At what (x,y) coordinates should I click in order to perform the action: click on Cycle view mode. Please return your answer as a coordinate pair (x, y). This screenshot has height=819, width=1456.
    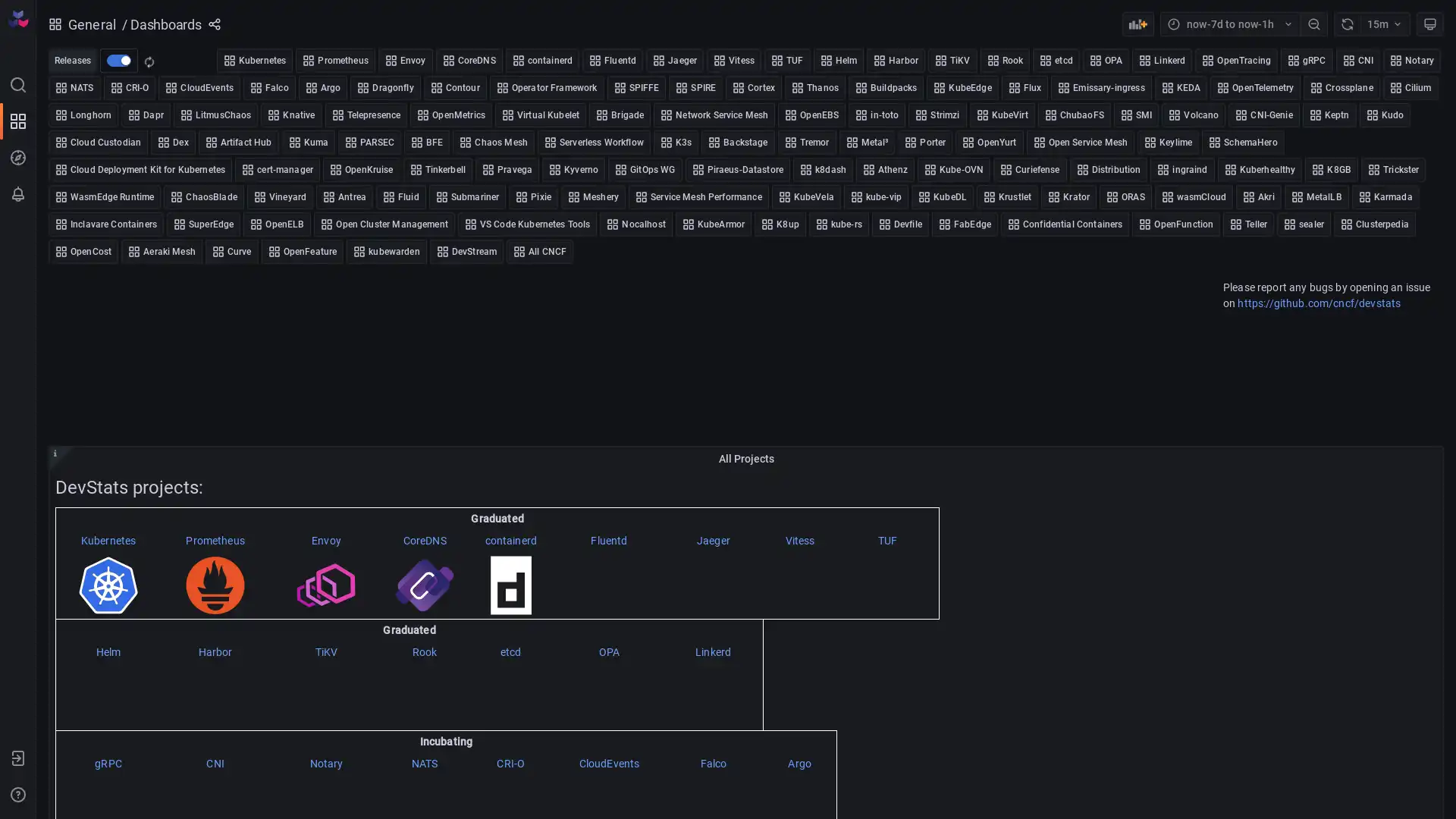
    Looking at the image, I should click on (1429, 24).